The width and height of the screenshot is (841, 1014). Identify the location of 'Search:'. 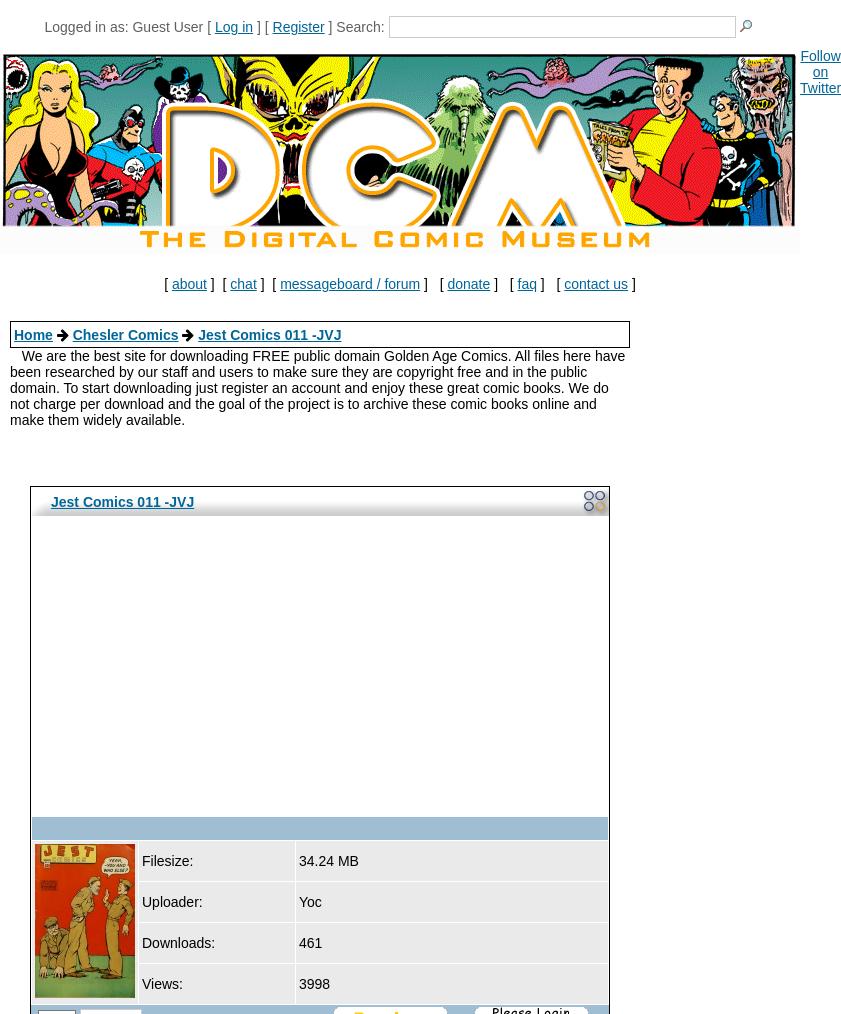
(360, 25).